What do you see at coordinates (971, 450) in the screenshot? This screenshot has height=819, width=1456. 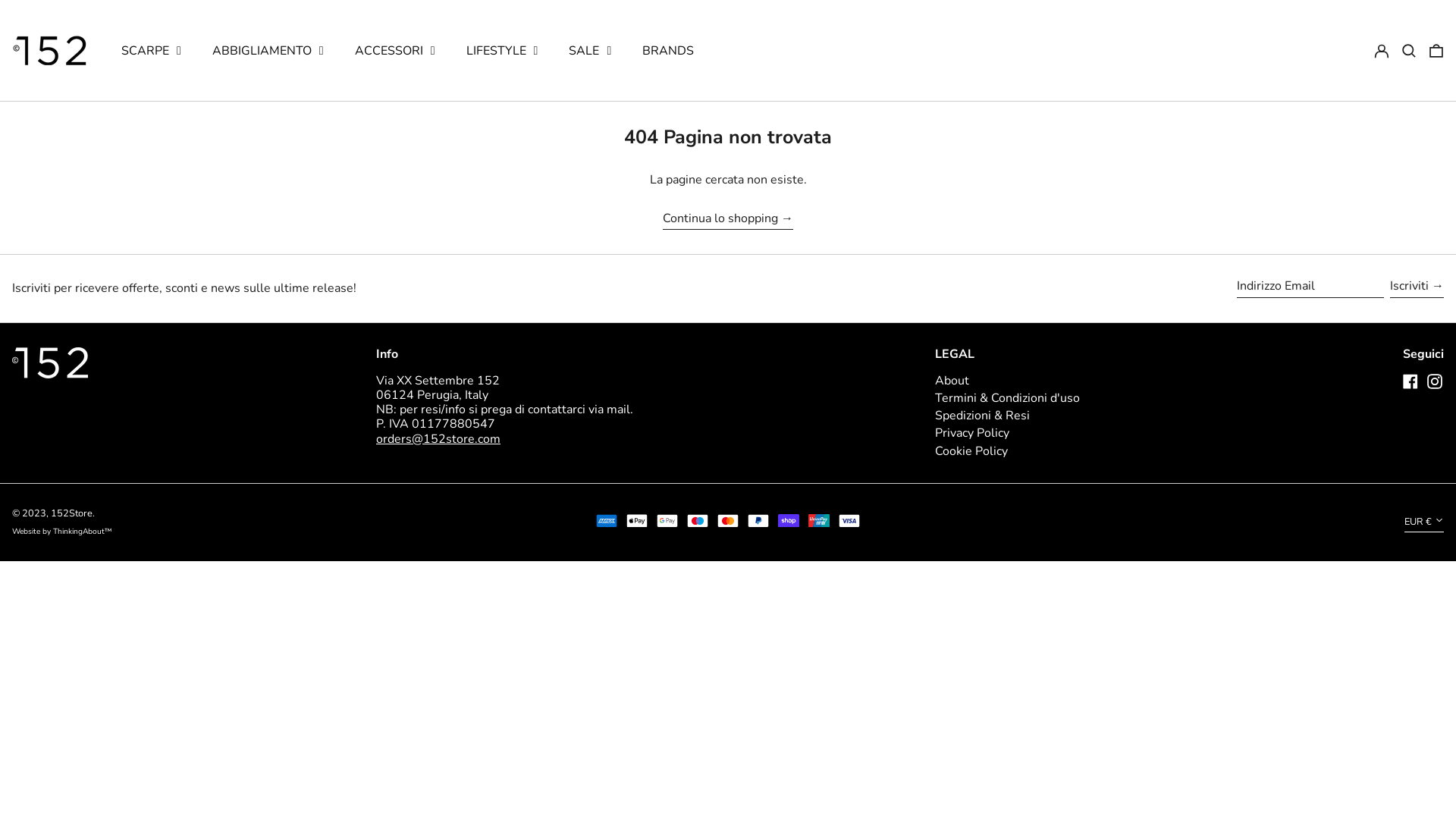 I see `'Cookie Policy'` at bounding box center [971, 450].